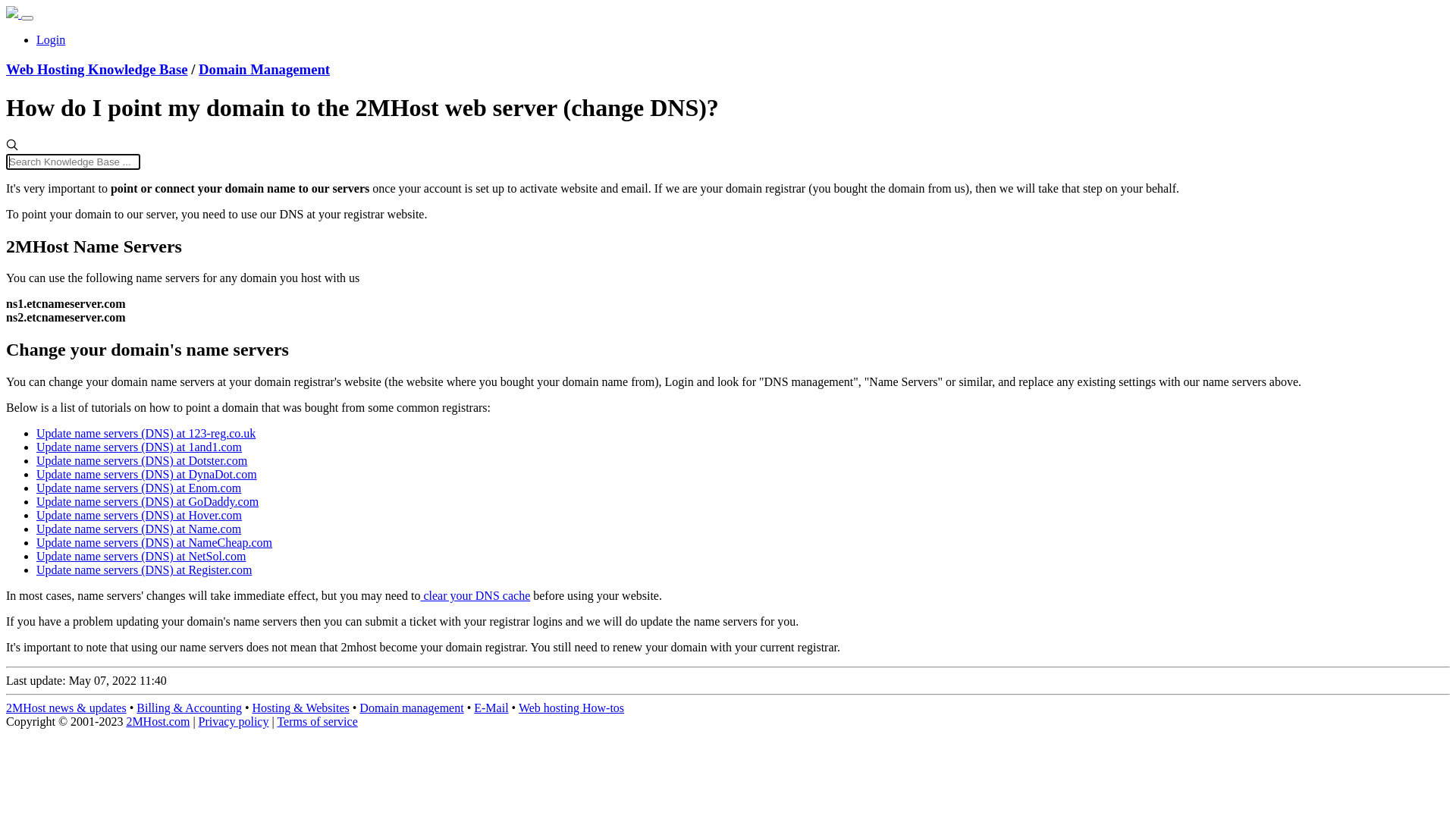 Image resolution: width=1456 pixels, height=819 pixels. I want to click on 'Billing & Accounting', so click(188, 708).